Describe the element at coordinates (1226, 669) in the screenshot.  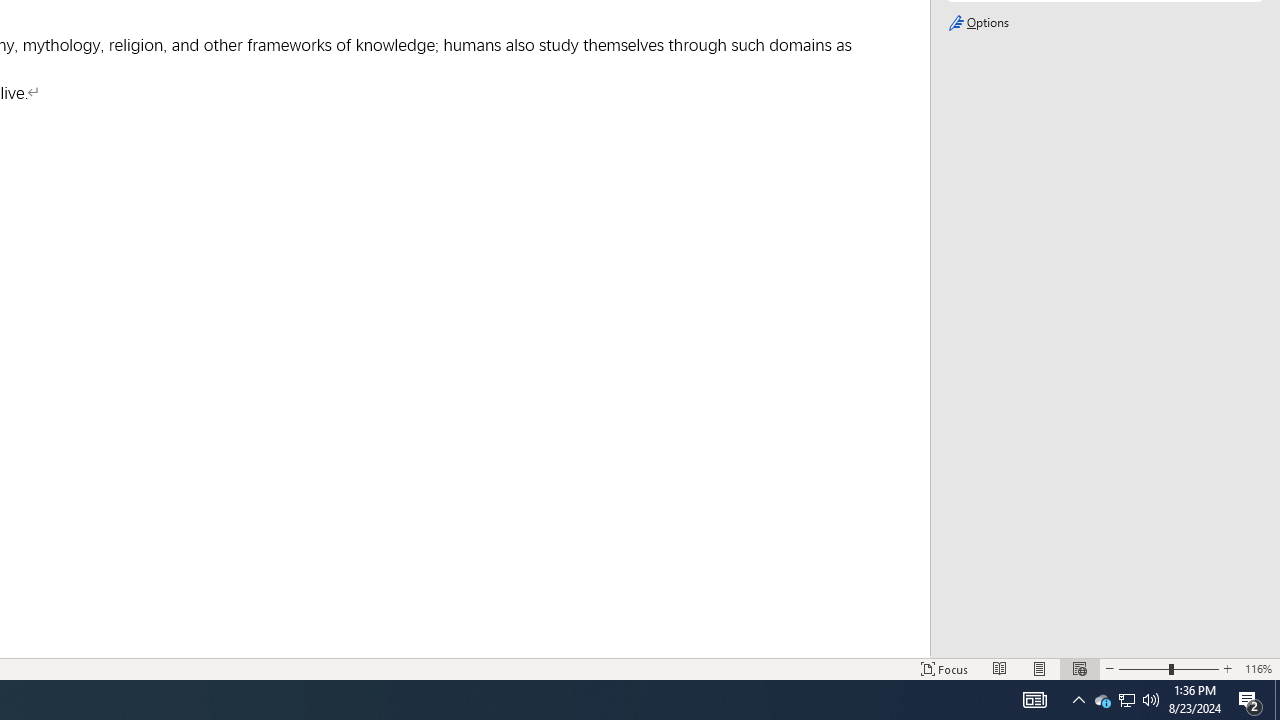
I see `'Zoom In'` at that location.